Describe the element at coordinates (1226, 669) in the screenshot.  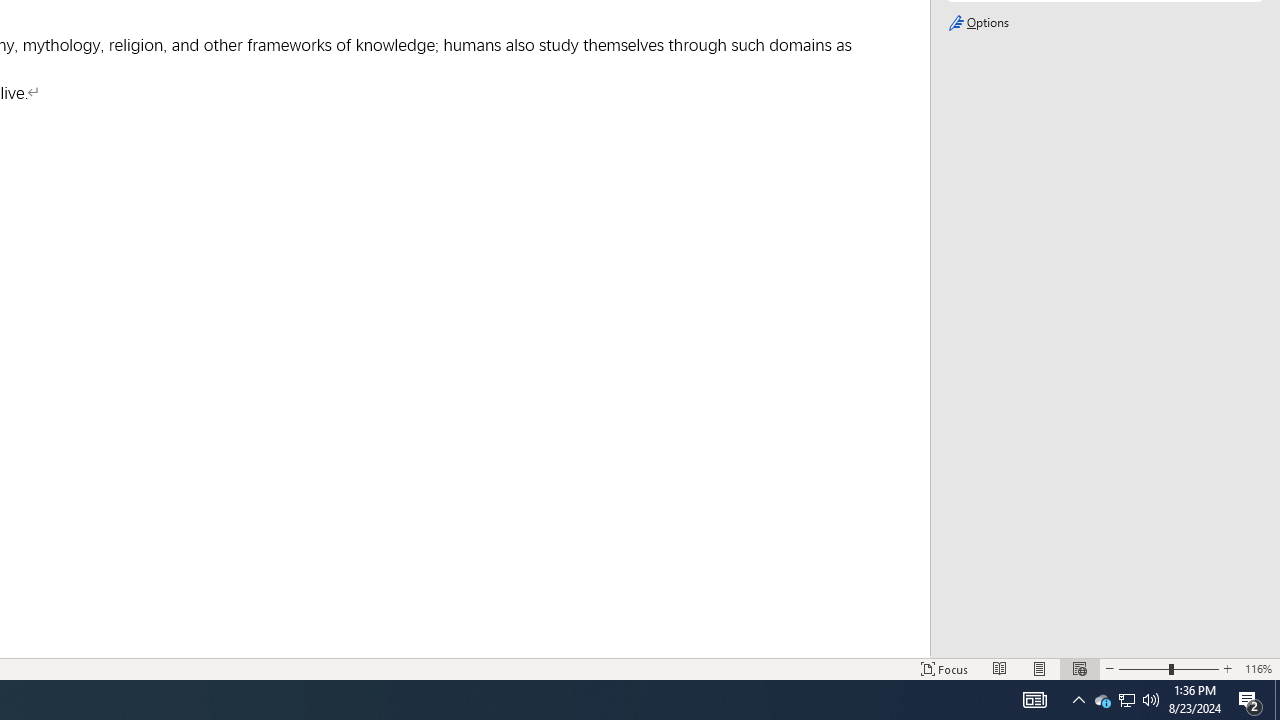
I see `'Zoom In'` at that location.